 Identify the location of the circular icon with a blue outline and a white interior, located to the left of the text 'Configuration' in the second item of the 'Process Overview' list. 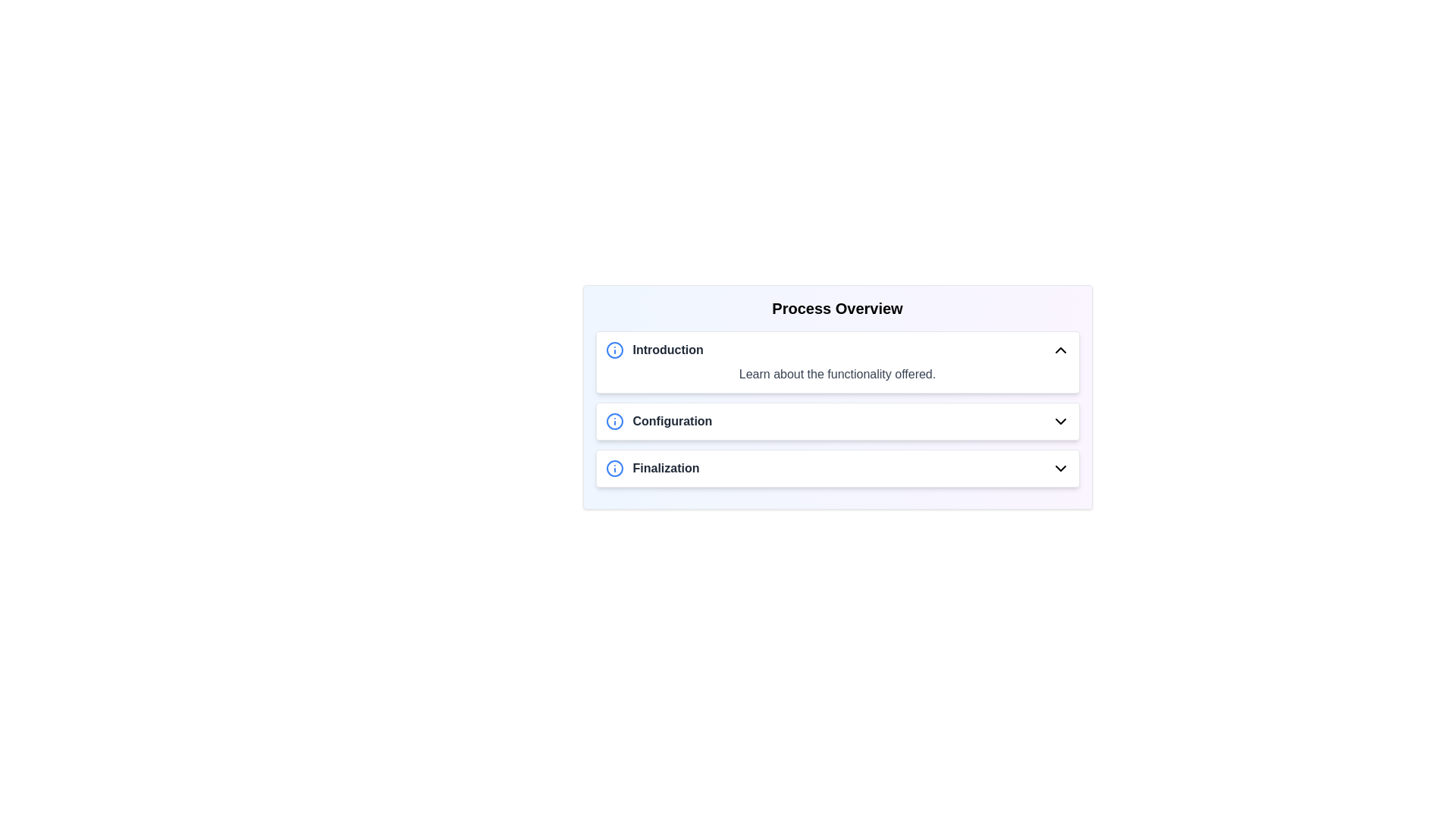
(614, 421).